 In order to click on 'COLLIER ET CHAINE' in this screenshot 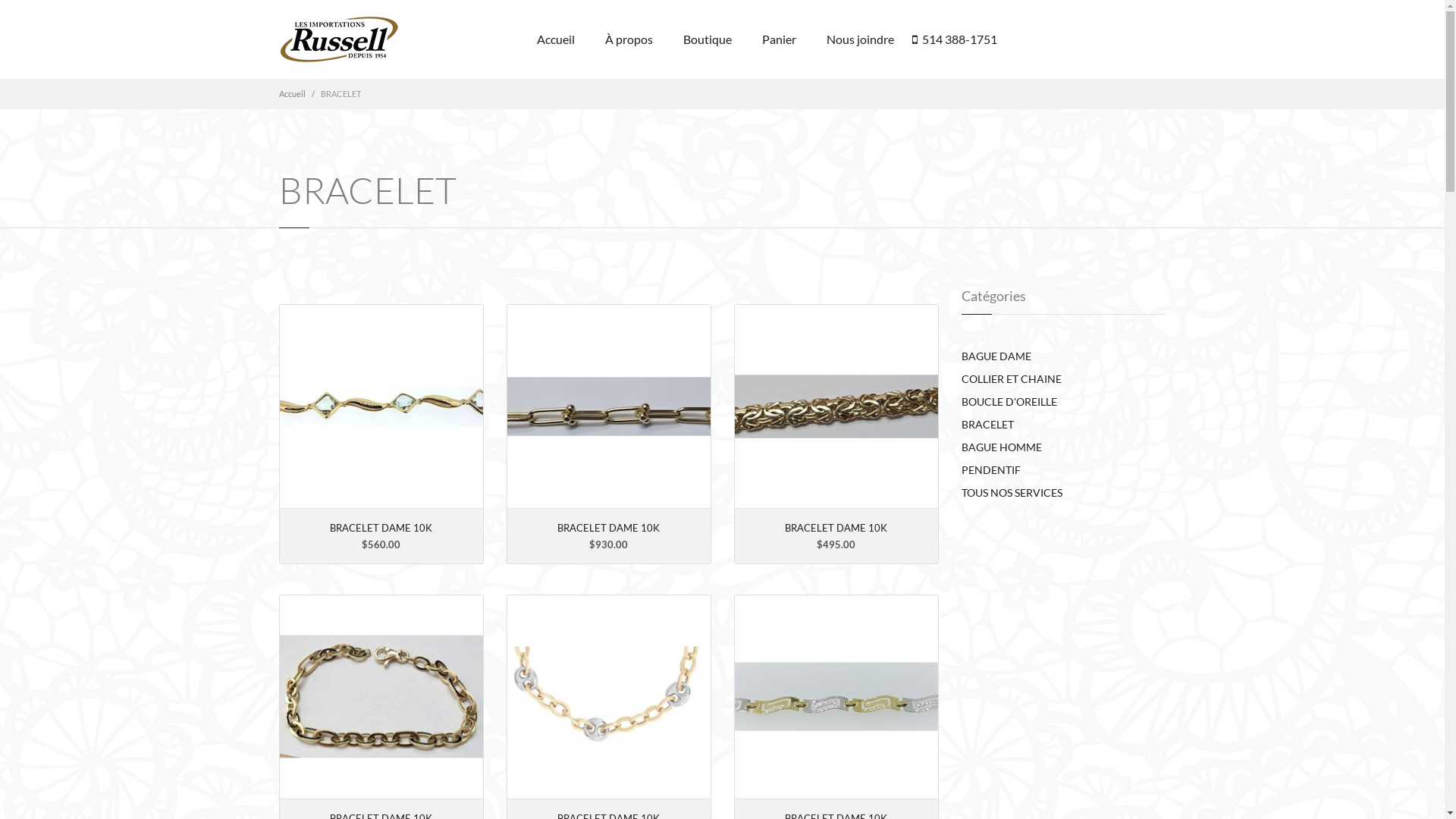, I will do `click(1012, 378)`.